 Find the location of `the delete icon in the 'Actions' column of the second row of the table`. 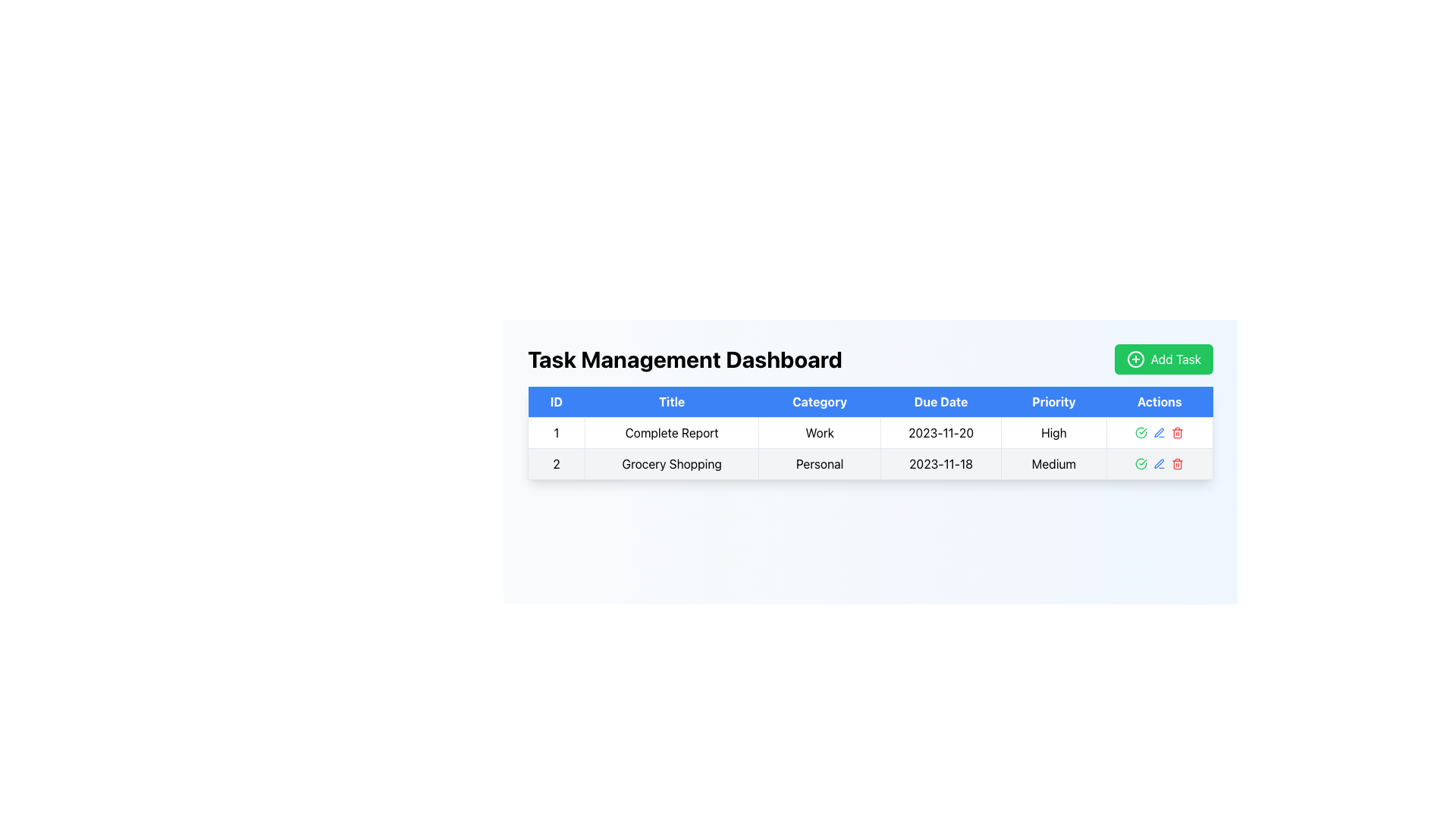

the delete icon in the 'Actions' column of the second row of the table is located at coordinates (1177, 434).